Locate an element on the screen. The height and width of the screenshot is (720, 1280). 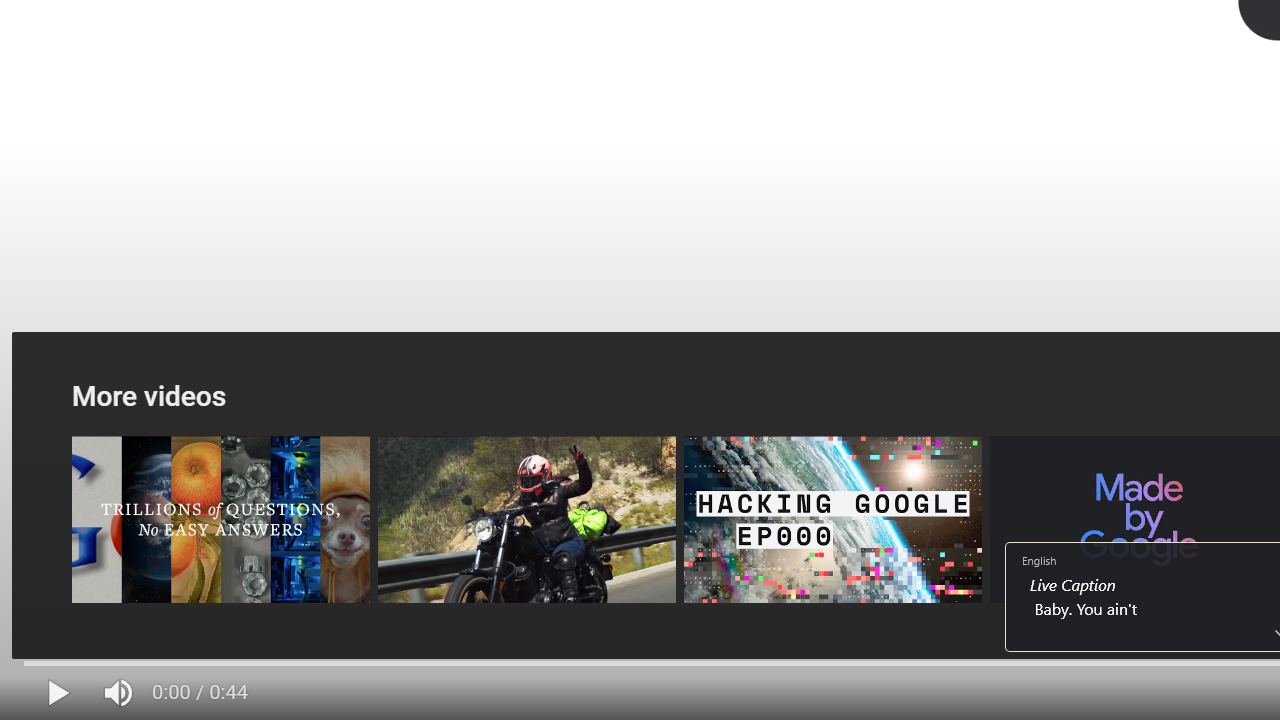
'Mute (m)' is located at coordinates (119, 692).